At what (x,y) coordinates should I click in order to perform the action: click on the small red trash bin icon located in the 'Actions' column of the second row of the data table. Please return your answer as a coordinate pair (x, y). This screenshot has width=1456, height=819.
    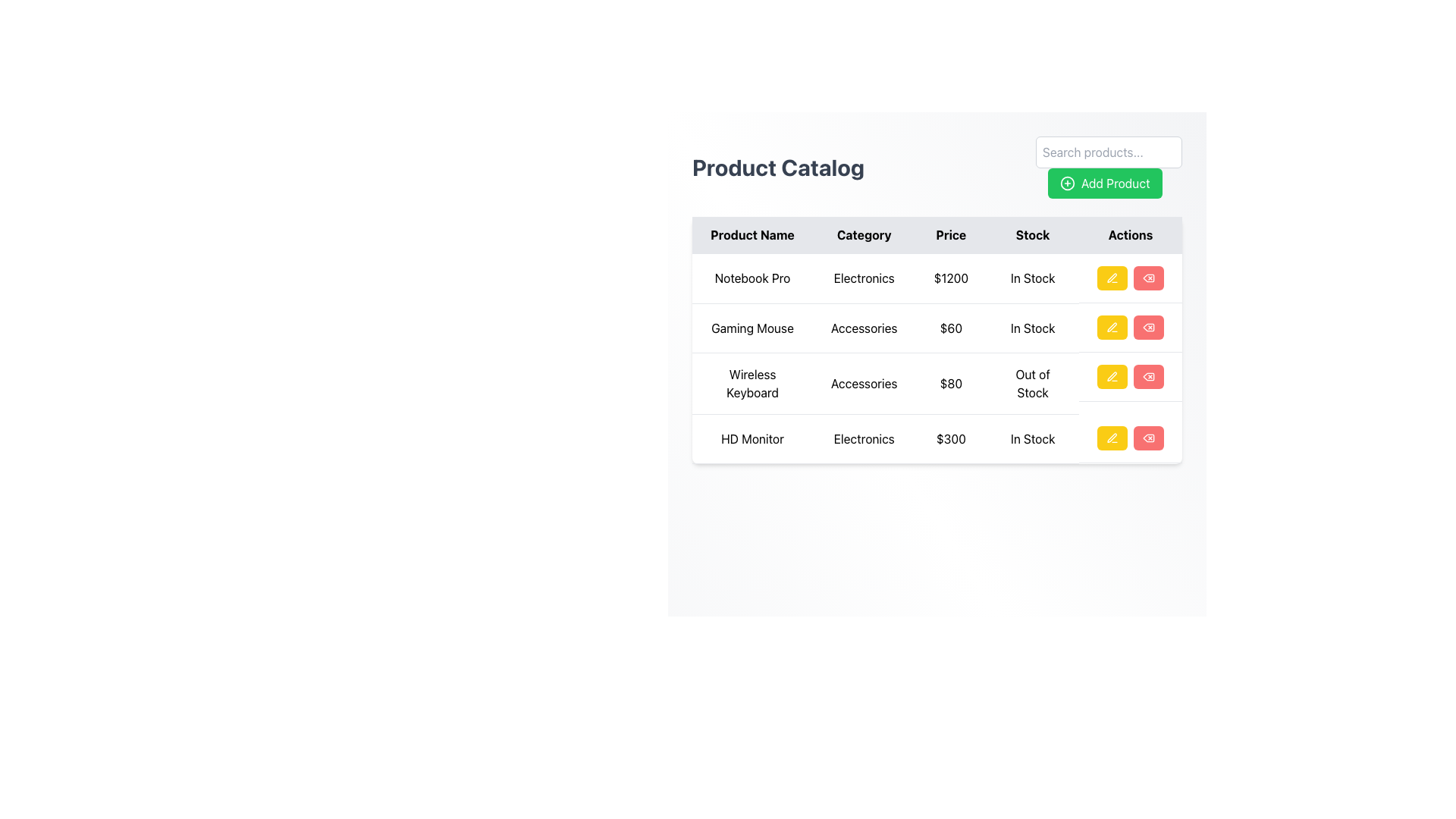
    Looking at the image, I should click on (1149, 327).